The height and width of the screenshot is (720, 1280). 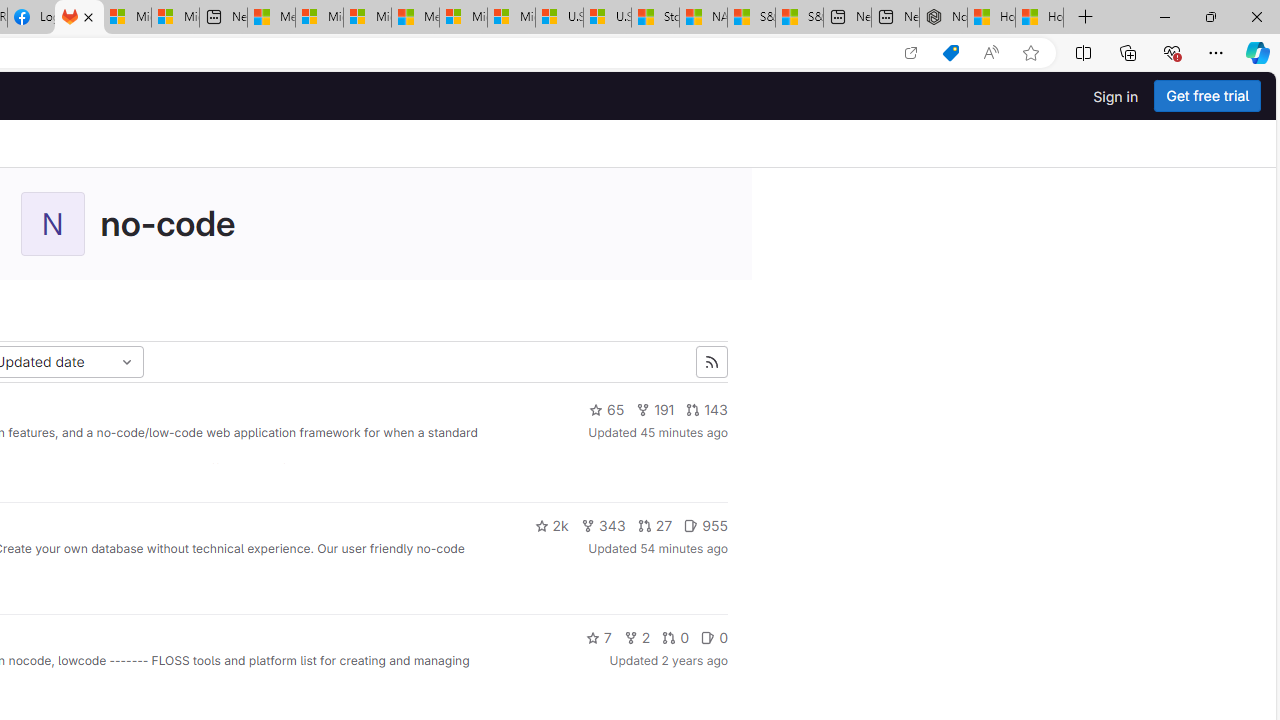 What do you see at coordinates (708, 637) in the screenshot?
I see `'Class: s14 gl-mr-2'` at bounding box center [708, 637].